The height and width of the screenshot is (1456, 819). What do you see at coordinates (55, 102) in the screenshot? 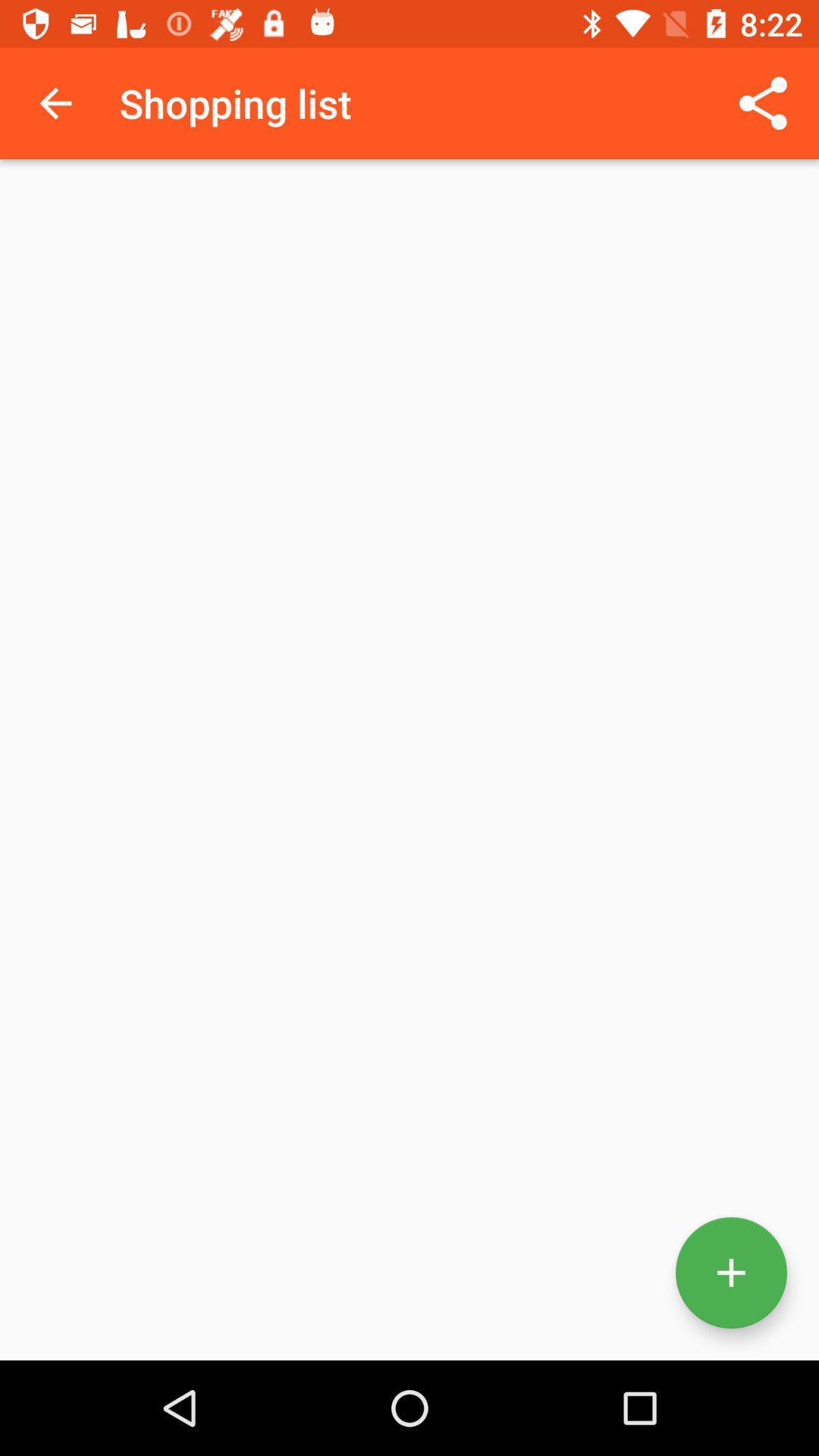
I see `the item to the left of shopping list icon` at bounding box center [55, 102].